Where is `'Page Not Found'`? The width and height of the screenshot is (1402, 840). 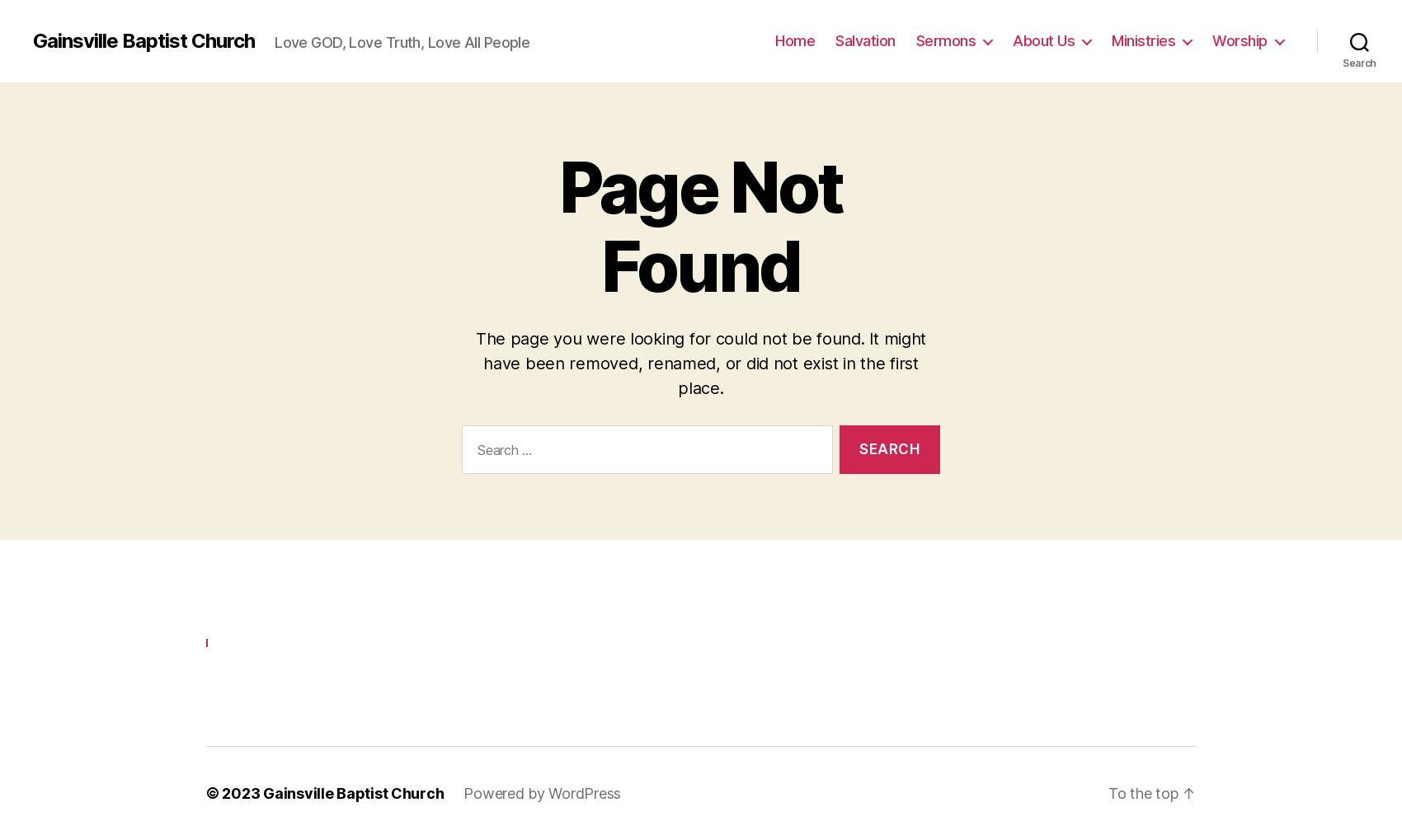
'Page Not Found' is located at coordinates (558, 223).